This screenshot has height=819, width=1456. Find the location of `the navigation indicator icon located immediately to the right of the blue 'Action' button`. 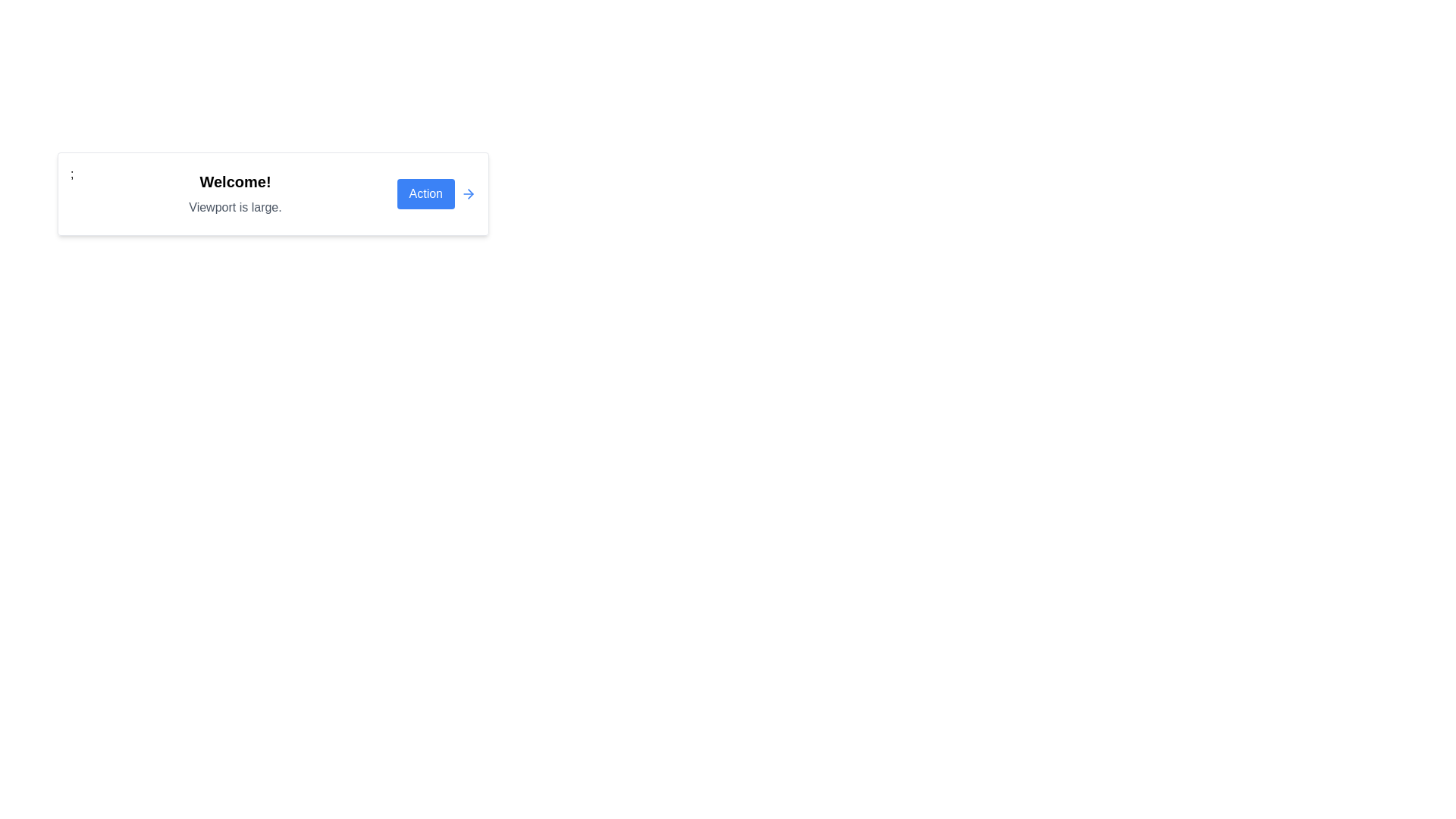

the navigation indicator icon located immediately to the right of the blue 'Action' button is located at coordinates (468, 193).